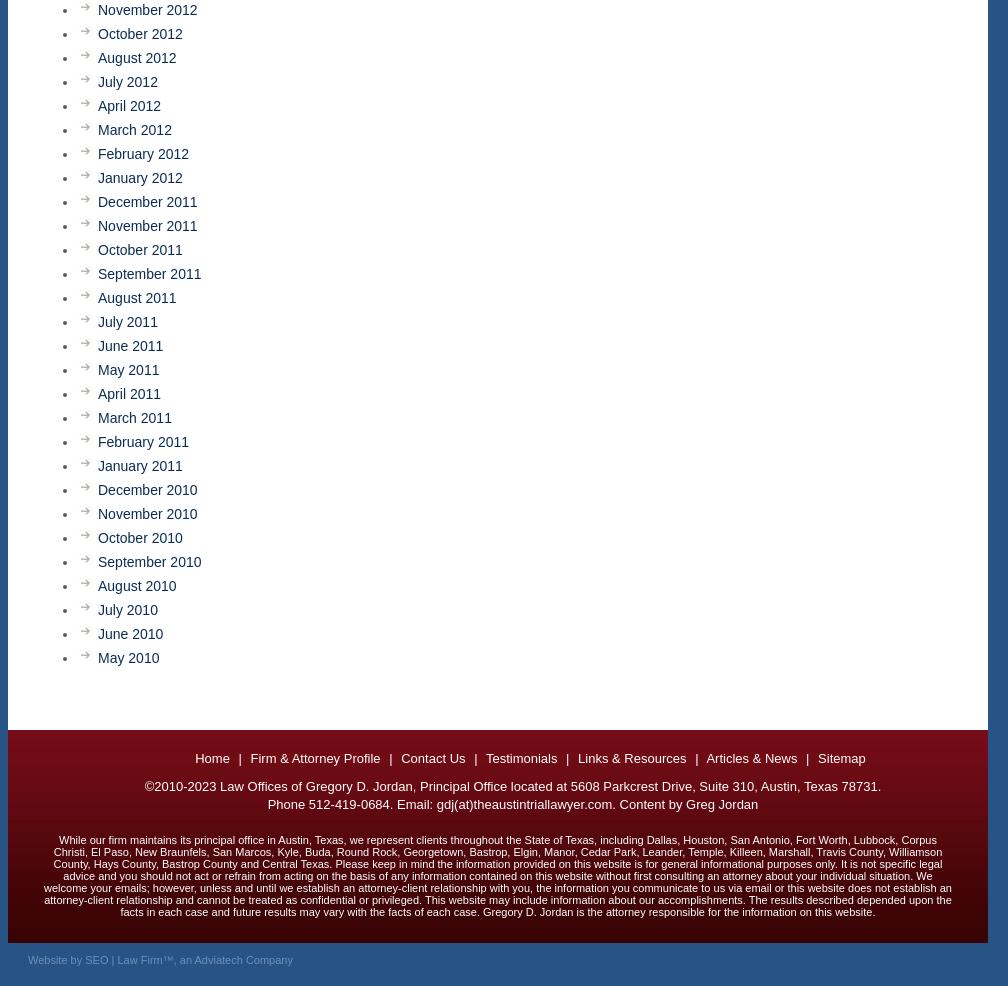 The image size is (1008, 986). Describe the element at coordinates (195, 758) in the screenshot. I see `'Home'` at that location.